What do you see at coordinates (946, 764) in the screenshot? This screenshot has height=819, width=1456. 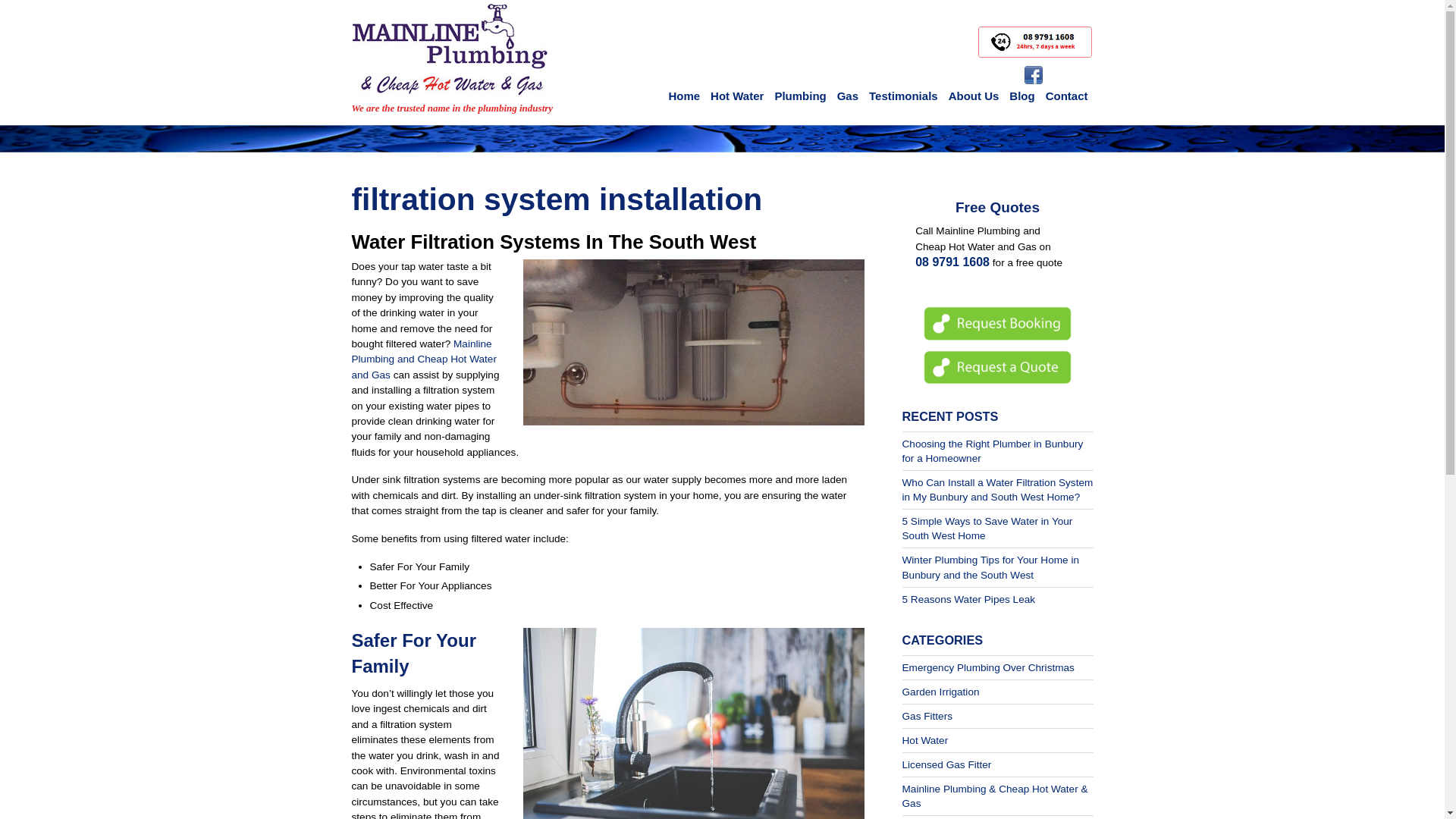 I see `'Licensed Gas Fitter'` at bounding box center [946, 764].